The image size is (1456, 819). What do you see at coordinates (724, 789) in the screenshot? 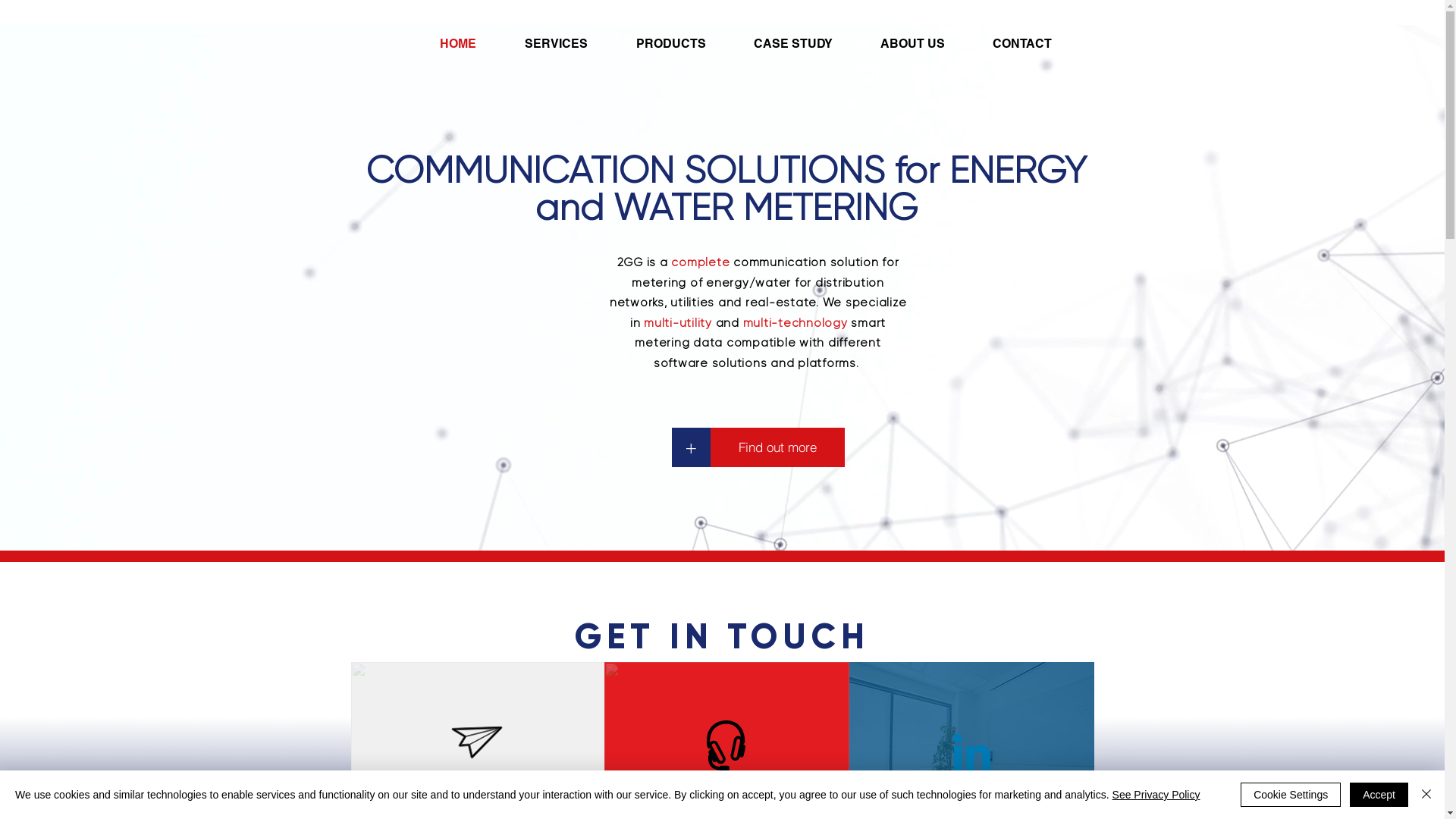
I see `'support@dsmeritve.si'` at bounding box center [724, 789].